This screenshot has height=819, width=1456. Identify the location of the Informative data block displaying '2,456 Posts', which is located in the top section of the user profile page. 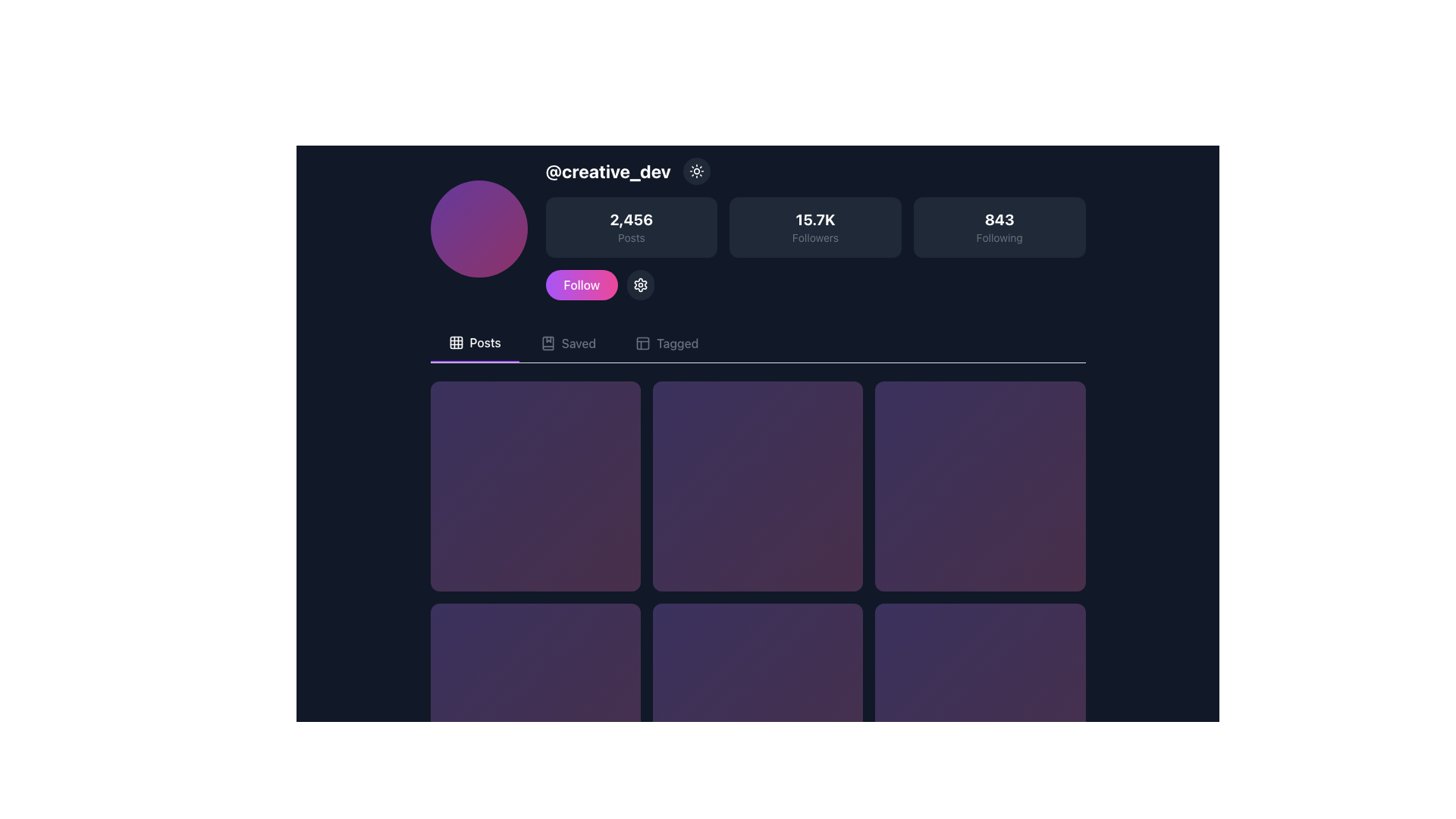
(631, 227).